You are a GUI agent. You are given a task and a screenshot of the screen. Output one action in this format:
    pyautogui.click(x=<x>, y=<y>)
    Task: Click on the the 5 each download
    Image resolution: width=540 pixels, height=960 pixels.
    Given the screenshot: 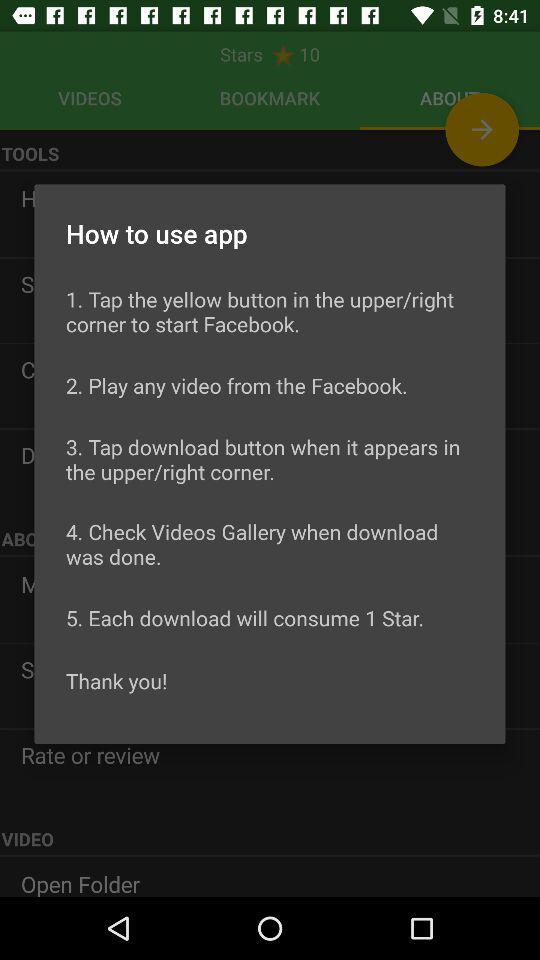 What is the action you would take?
    pyautogui.click(x=245, y=616)
    